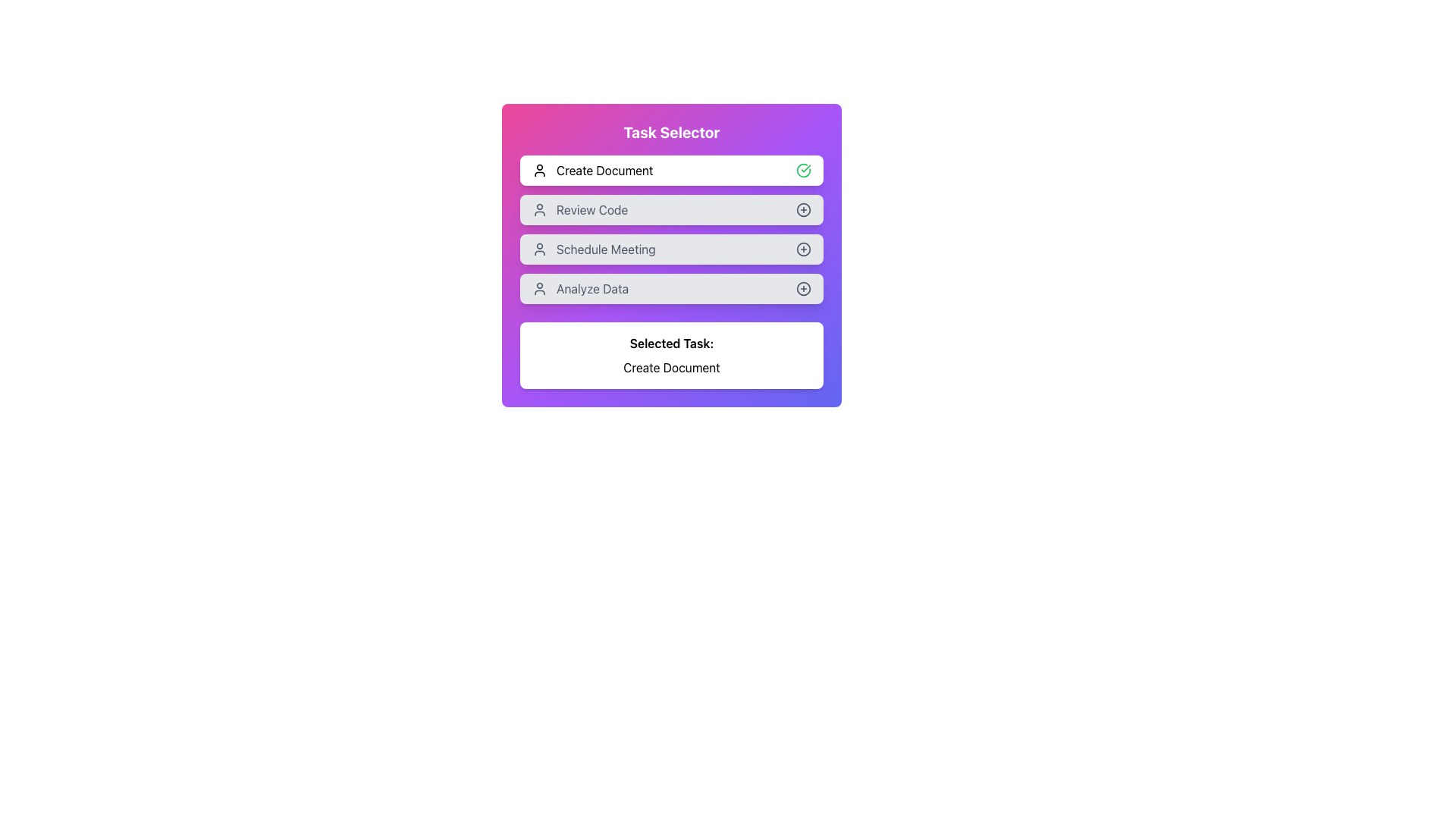 The height and width of the screenshot is (819, 1456). I want to click on the decorative icon associated with the 'Create Document' task, located at the top left of the first row in the interactive card, so click(539, 170).